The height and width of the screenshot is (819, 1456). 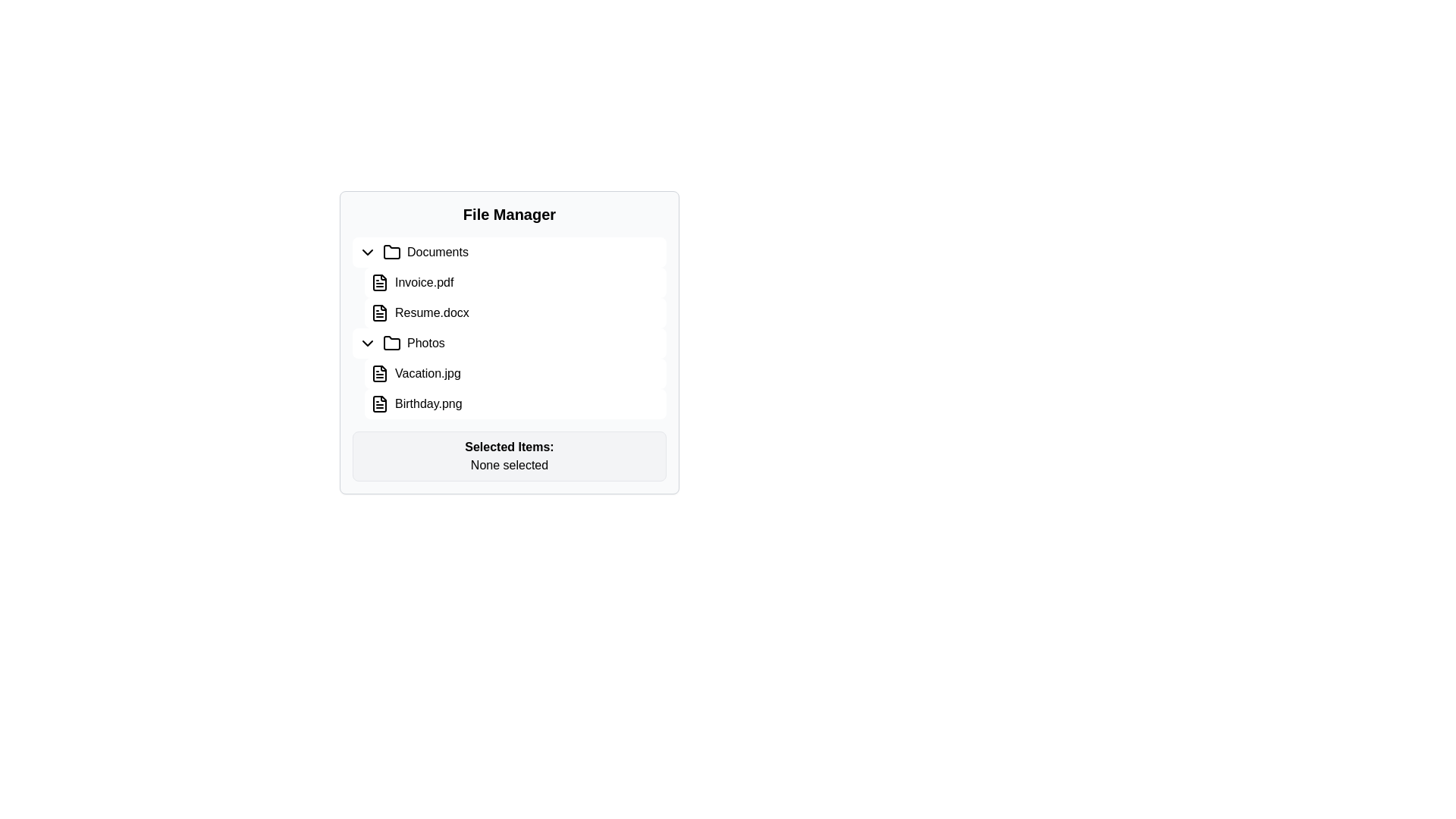 What do you see at coordinates (428, 403) in the screenshot?
I see `the selectable file item labeled 'Birthday.png'` at bounding box center [428, 403].